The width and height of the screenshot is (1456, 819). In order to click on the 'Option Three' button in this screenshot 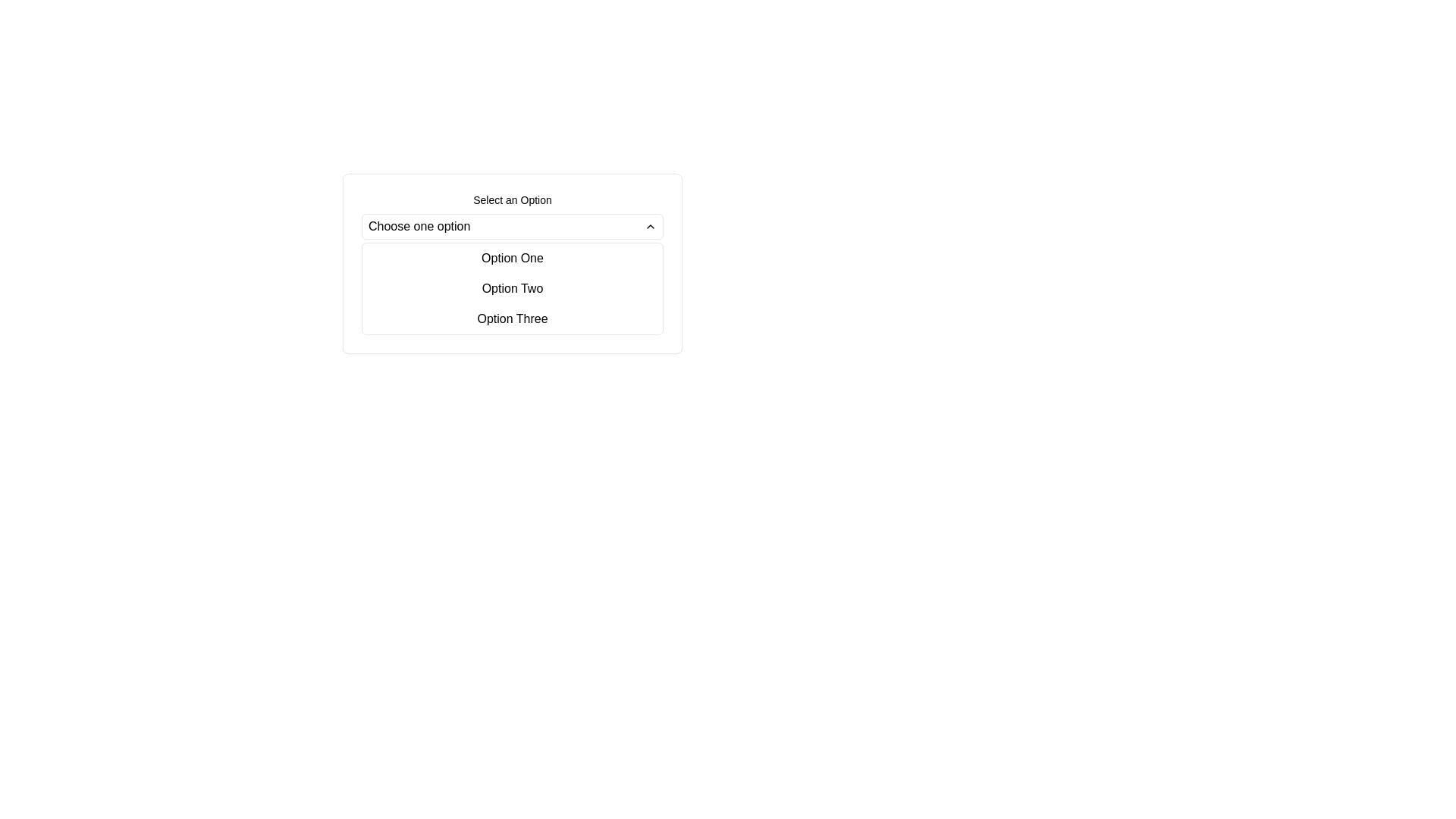, I will do `click(513, 318)`.